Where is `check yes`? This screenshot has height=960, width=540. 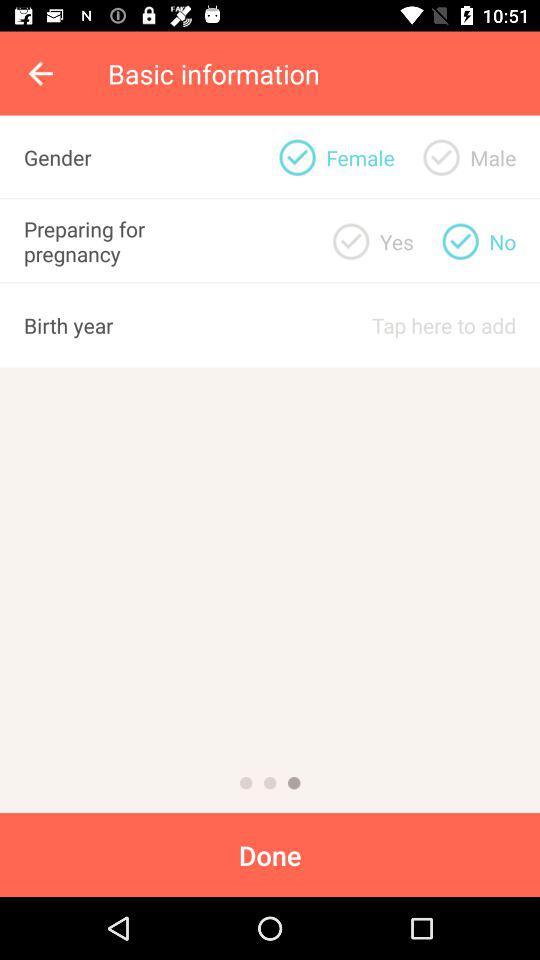
check yes is located at coordinates (350, 240).